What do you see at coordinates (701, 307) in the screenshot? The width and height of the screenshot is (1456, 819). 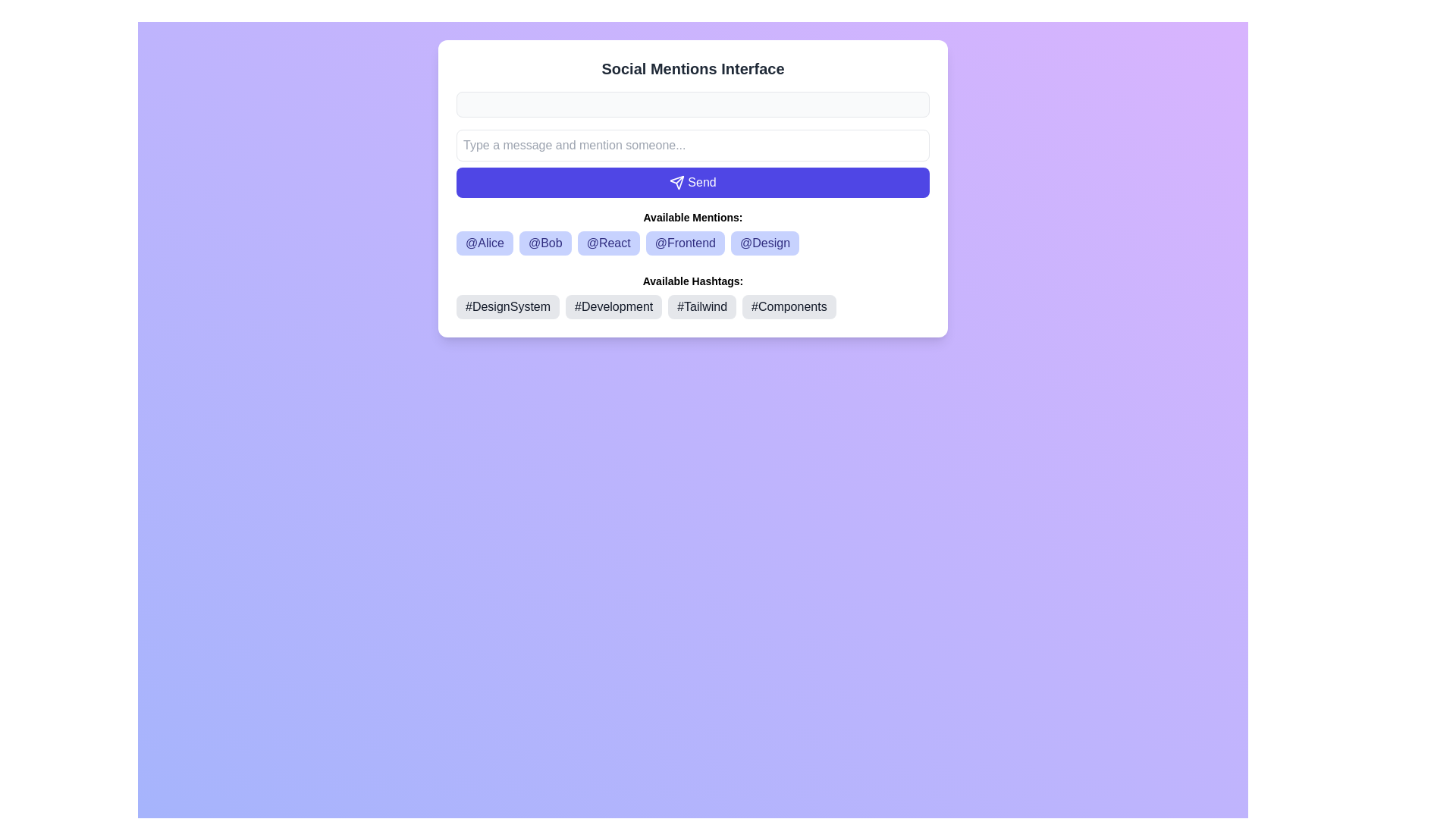 I see `the Decorative label displaying '#Tailwind', which is the third hashtag label in a row of four, styled with a dark gray font on a gray background` at bounding box center [701, 307].